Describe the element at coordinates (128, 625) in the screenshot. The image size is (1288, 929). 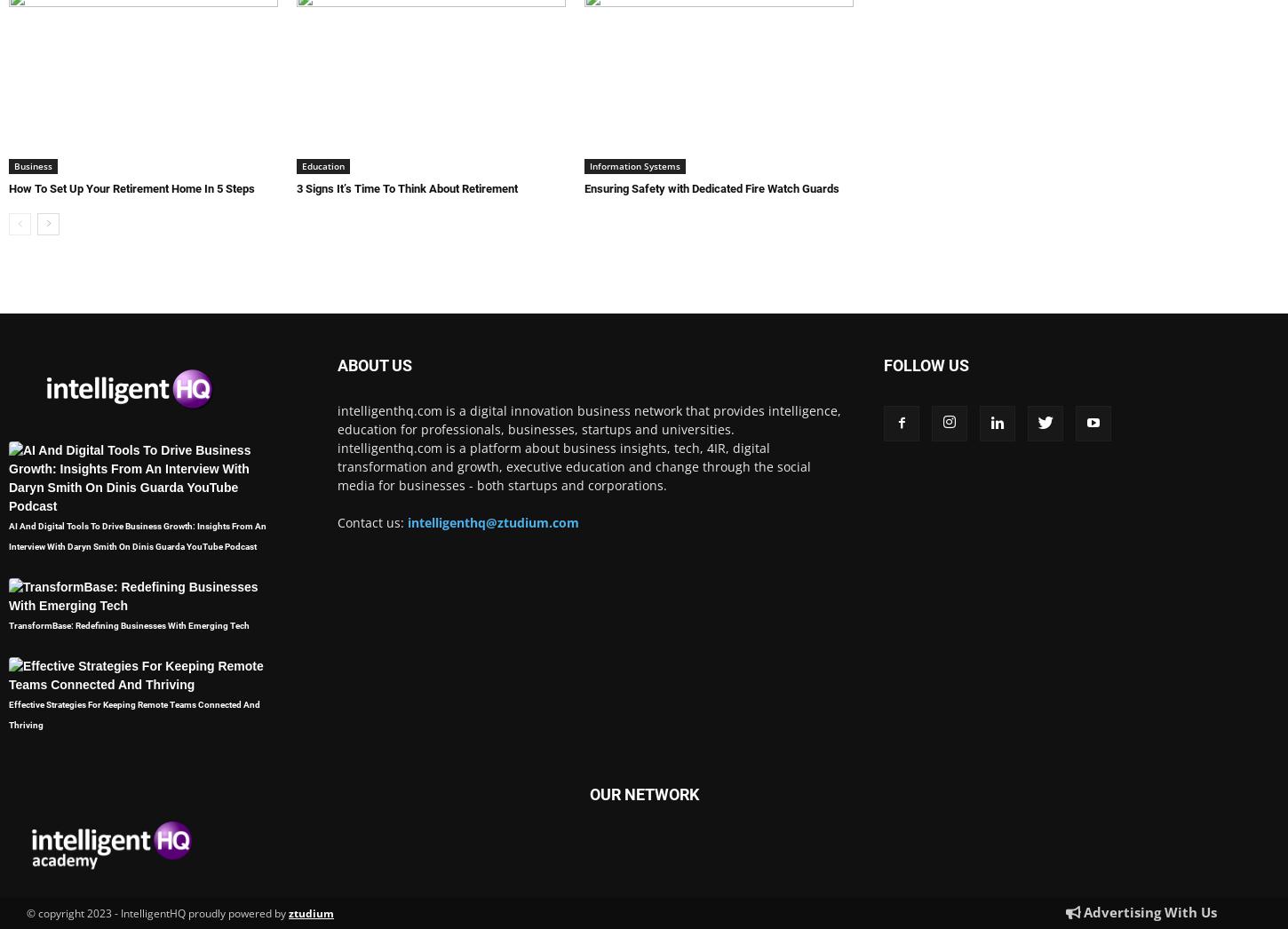
I see `'TransformBase: Redefining Businesses With Emerging Tech'` at that location.